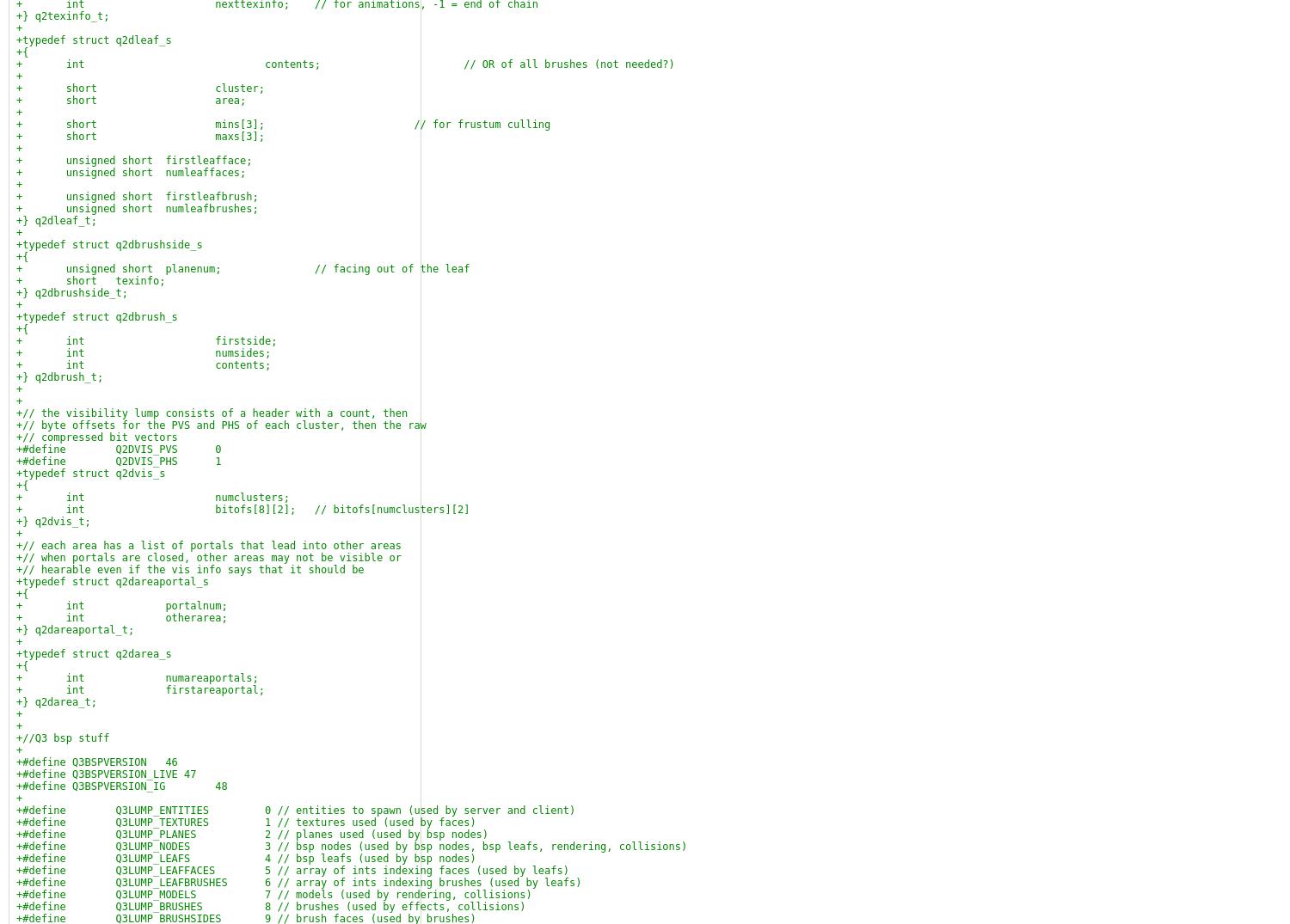 This screenshot has width=1290, height=924. Describe the element at coordinates (119, 460) in the screenshot. I see `'+#define        Q2DVIS_PHS      1'` at that location.